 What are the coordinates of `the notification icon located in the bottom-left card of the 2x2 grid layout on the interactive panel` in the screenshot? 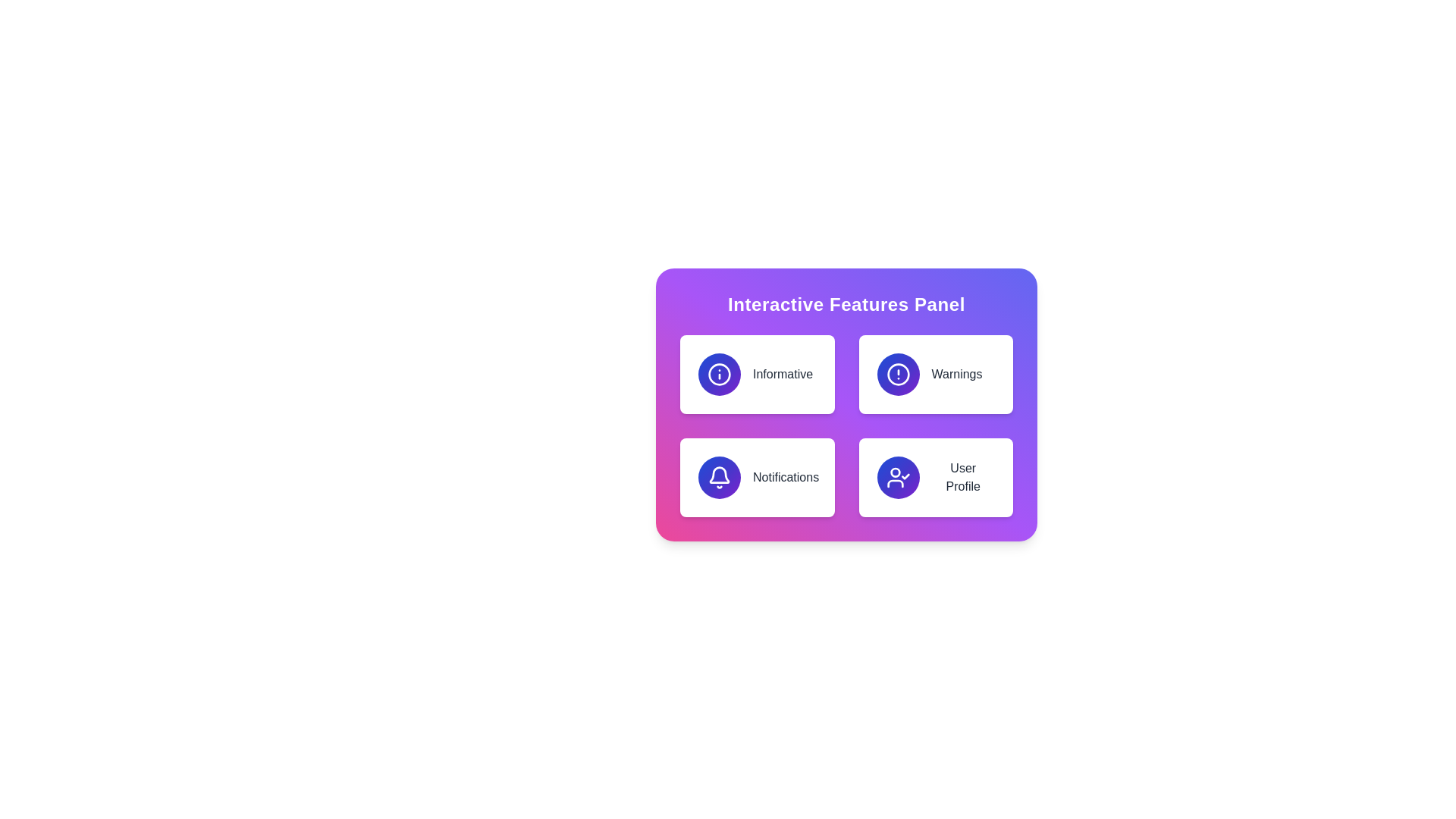 It's located at (719, 476).